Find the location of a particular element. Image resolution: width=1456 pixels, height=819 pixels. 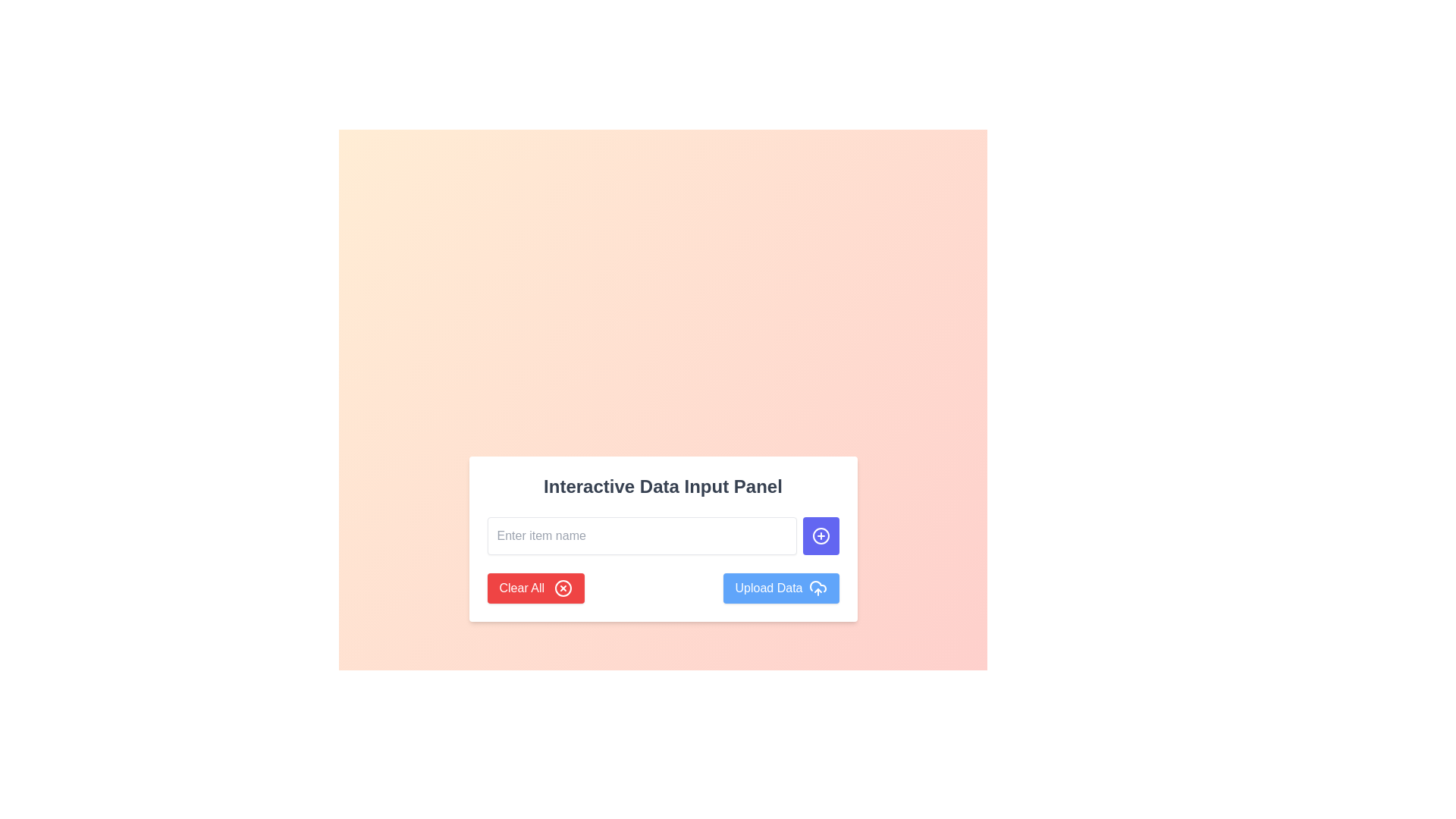

the circular icon on the right side of the 'Clear All' button is located at coordinates (562, 588).